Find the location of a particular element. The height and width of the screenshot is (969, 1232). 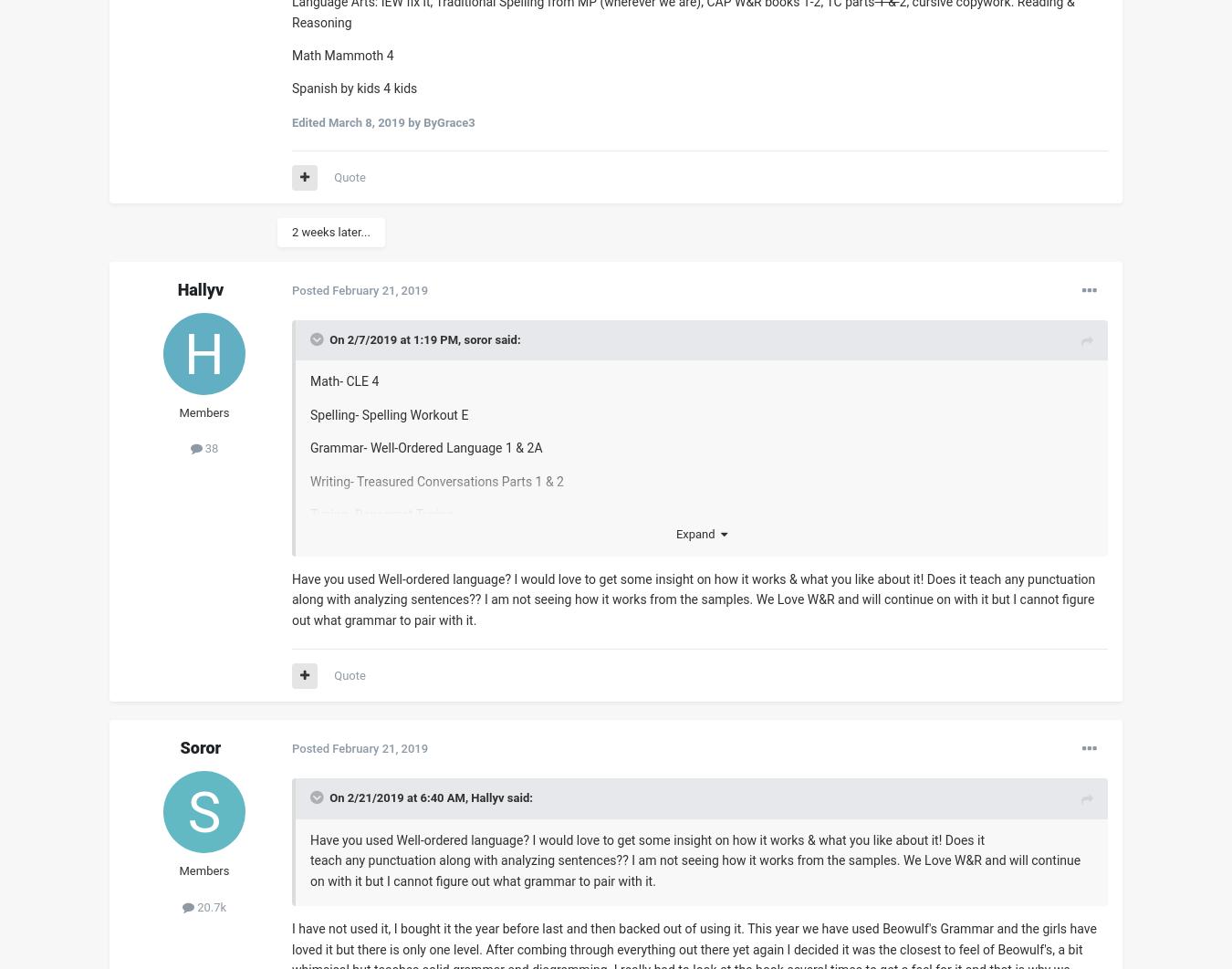

'March 8, 2019' is located at coordinates (365, 121).